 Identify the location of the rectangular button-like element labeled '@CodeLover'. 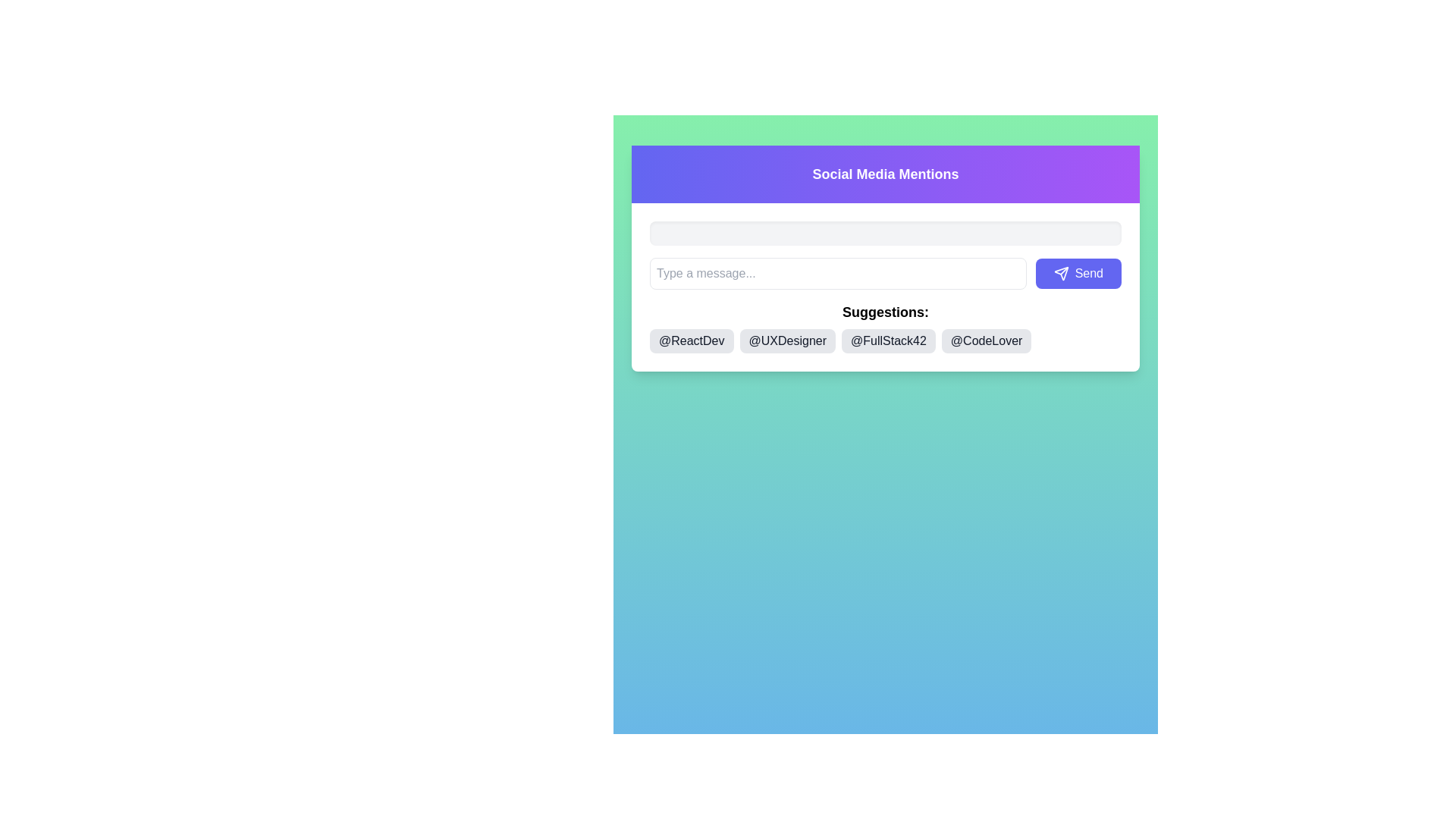
(987, 341).